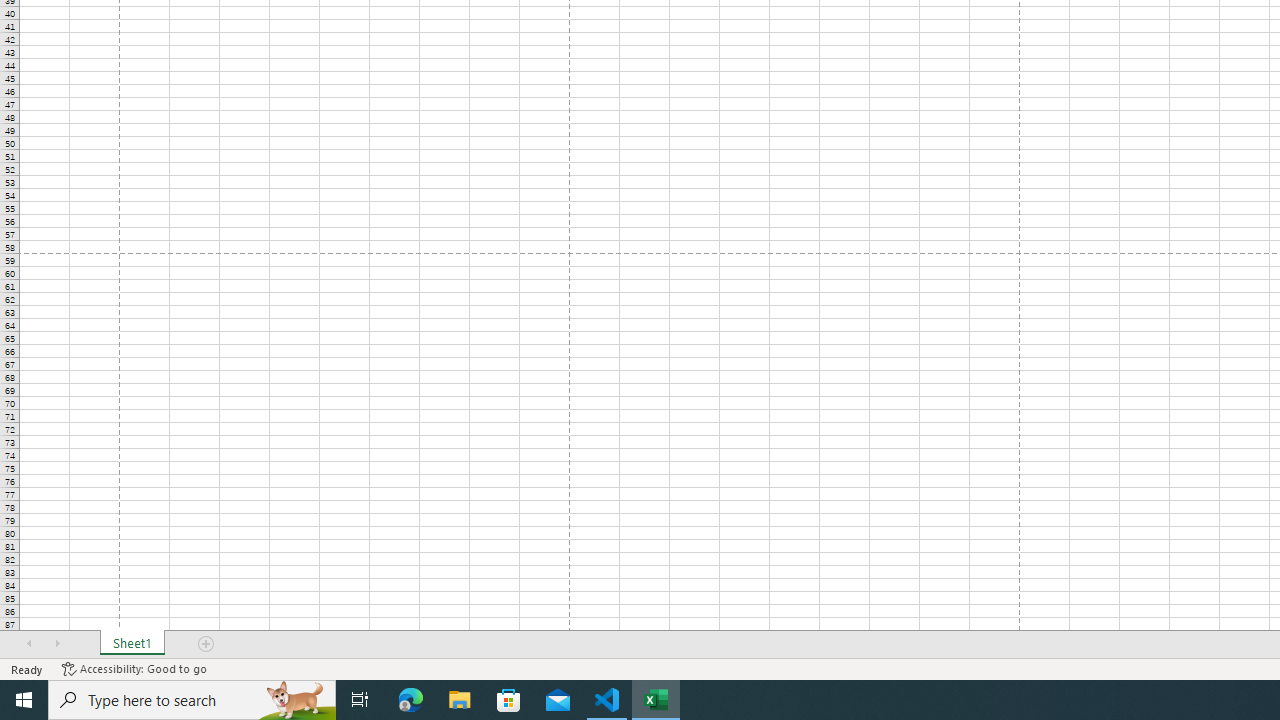 The height and width of the screenshot is (720, 1280). Describe the element at coordinates (131, 644) in the screenshot. I see `'Sheet1'` at that location.